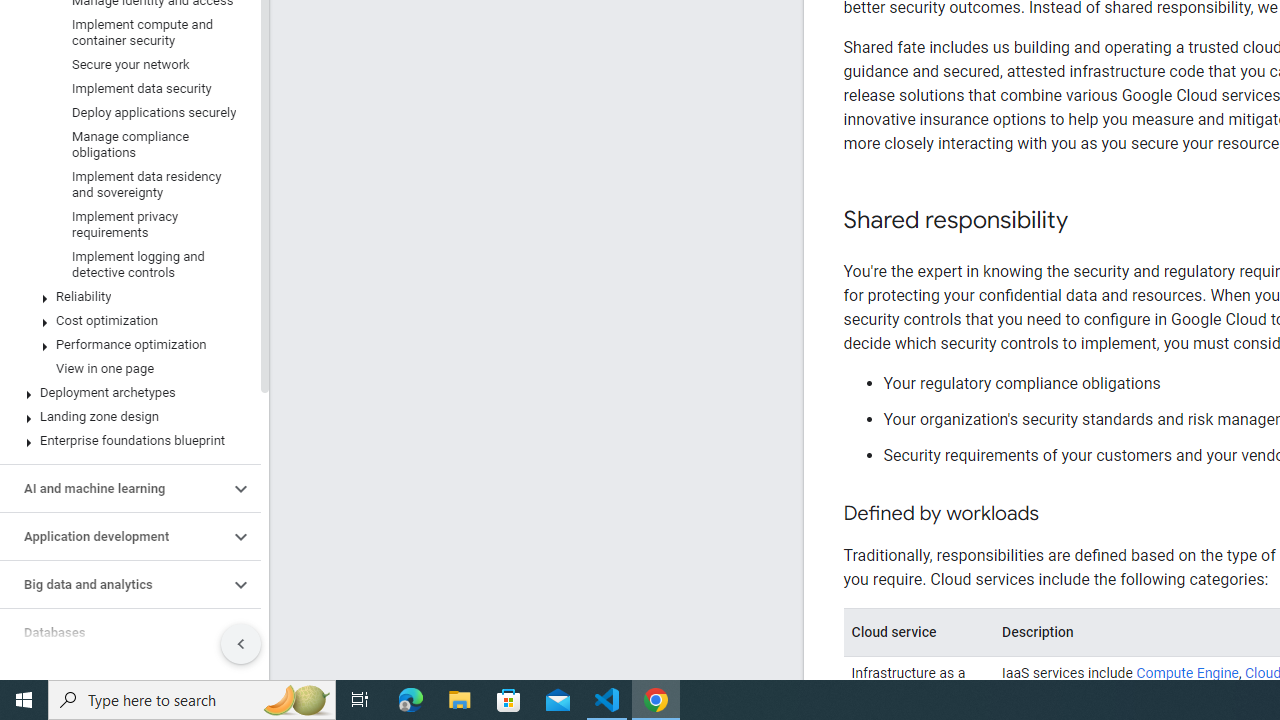 The width and height of the screenshot is (1280, 720). Describe the element at coordinates (125, 343) in the screenshot. I see `'Performance optimization'` at that location.